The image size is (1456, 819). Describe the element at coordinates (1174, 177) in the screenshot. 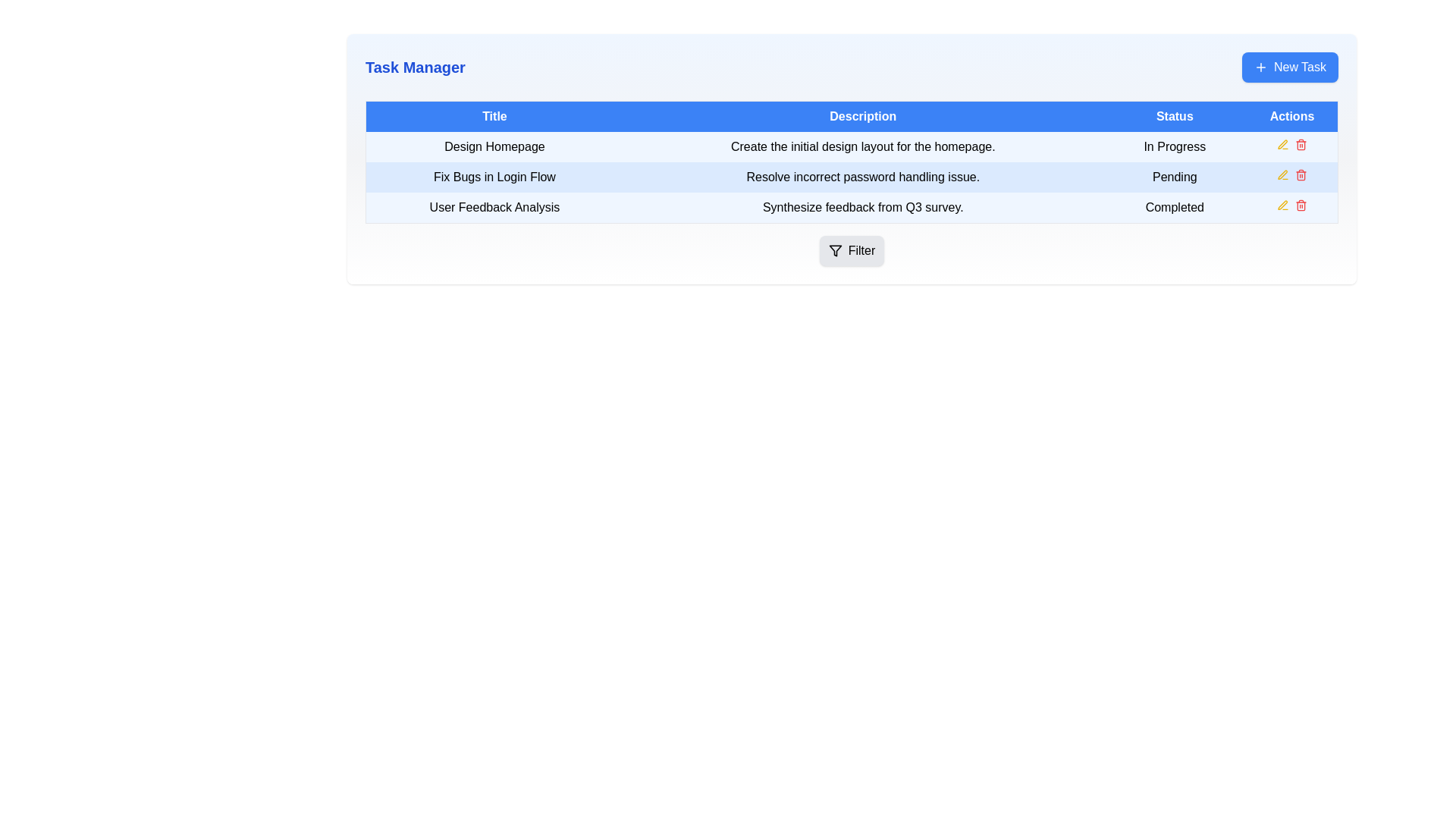

I see `the status represented by the text label showing 'Pending' in the 'Status' column of the second row in the table` at that location.